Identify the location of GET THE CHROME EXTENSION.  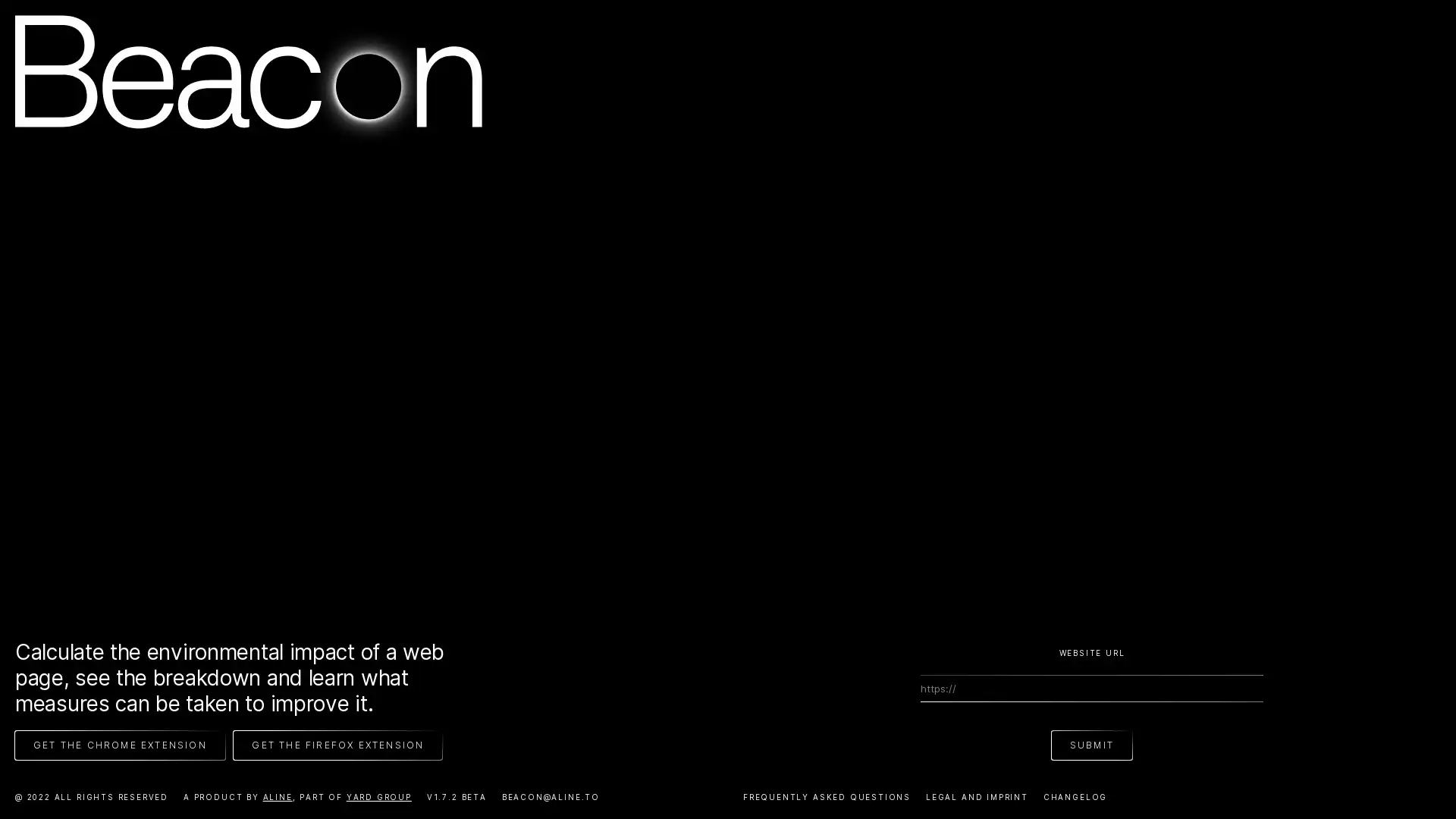
(119, 744).